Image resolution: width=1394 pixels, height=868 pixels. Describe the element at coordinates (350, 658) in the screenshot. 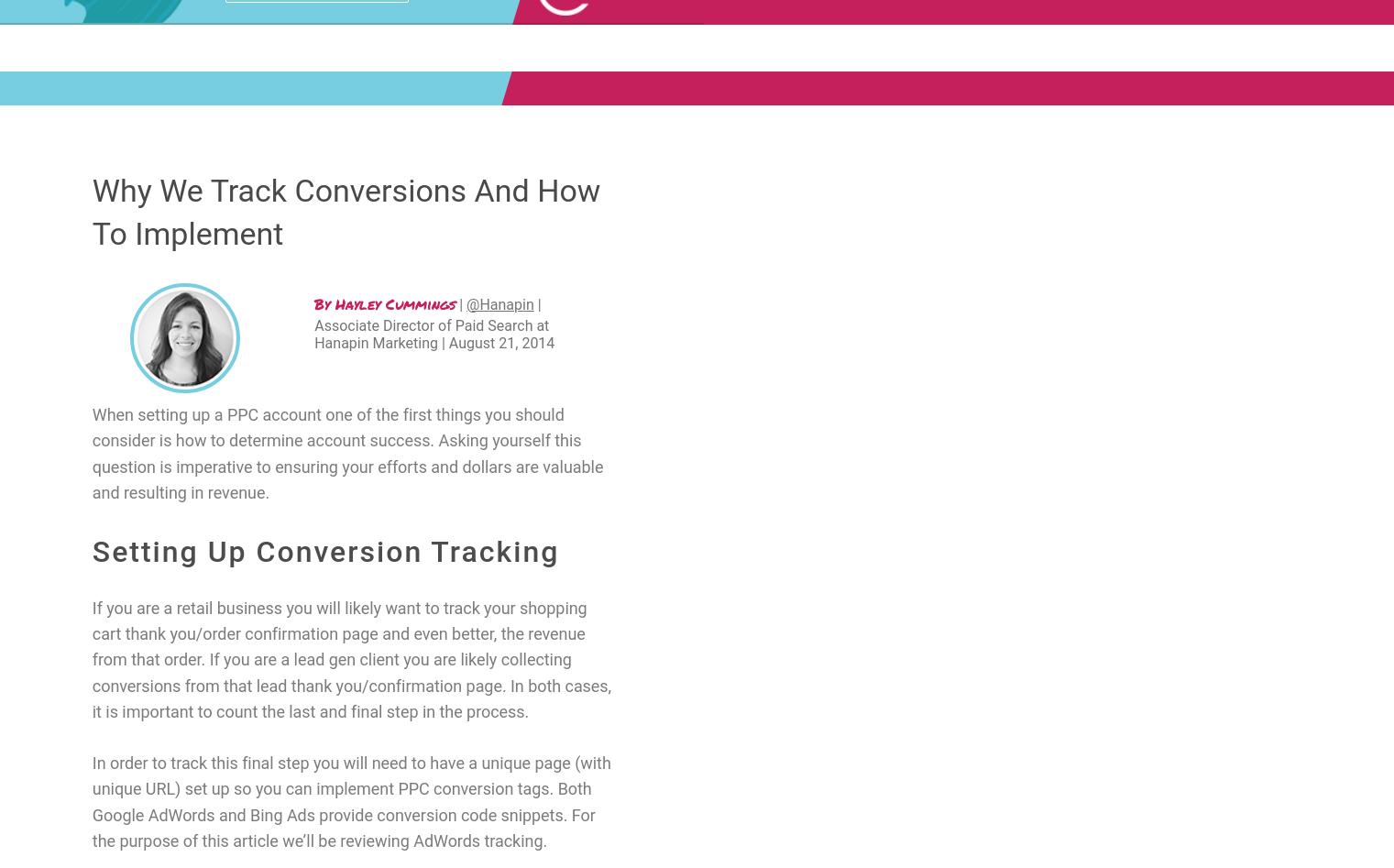

I see `'If you are a retail business you will likely want to track your shopping cart thank you/order confirmation page and even better, the revenue from that order. If you are a lead gen client you are likely collecting conversions from that lead thank you/confirmation page. In both cases, it is important to count the last and final step in the process.'` at that location.